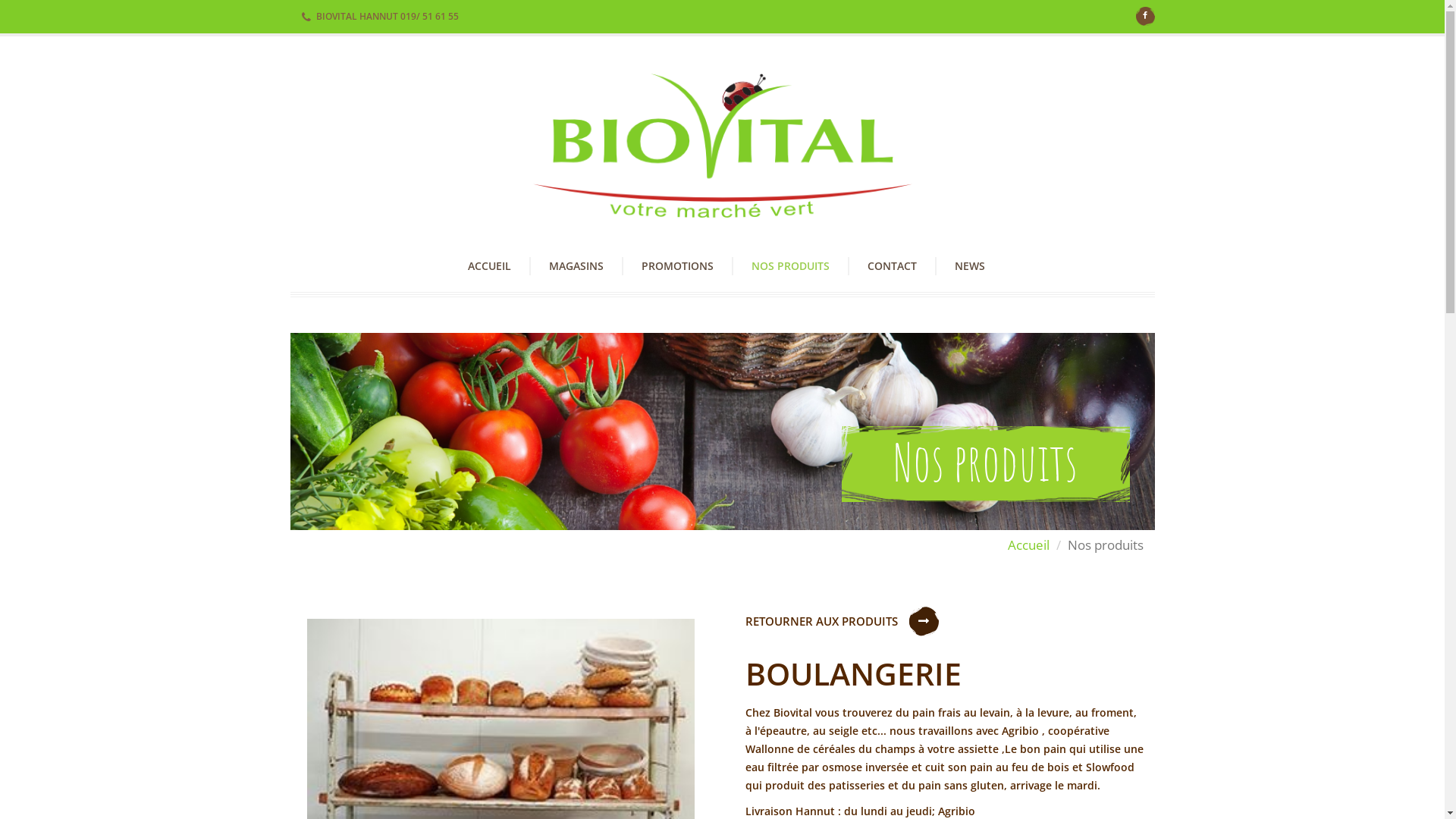 The image size is (1456, 819). Describe the element at coordinates (428, 16) in the screenshot. I see `'019/ 51 61 55'` at that location.